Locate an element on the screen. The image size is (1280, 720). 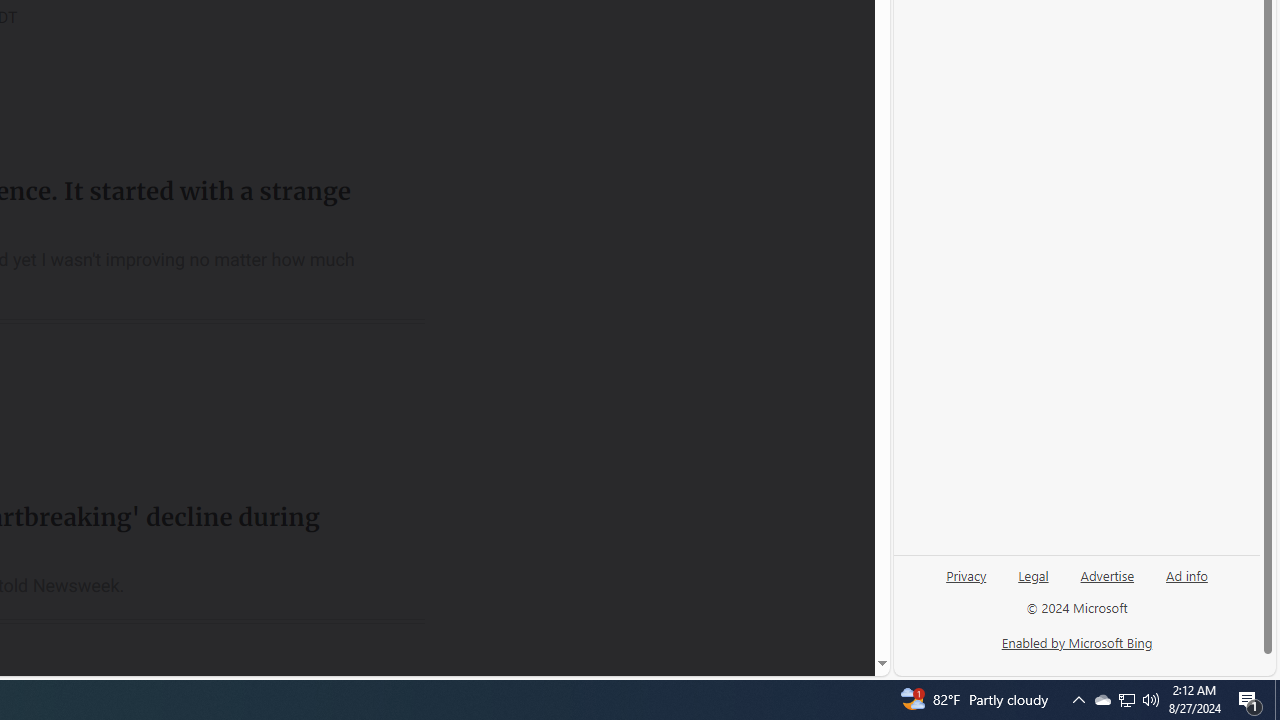
'Legal' is located at coordinates (1033, 583).